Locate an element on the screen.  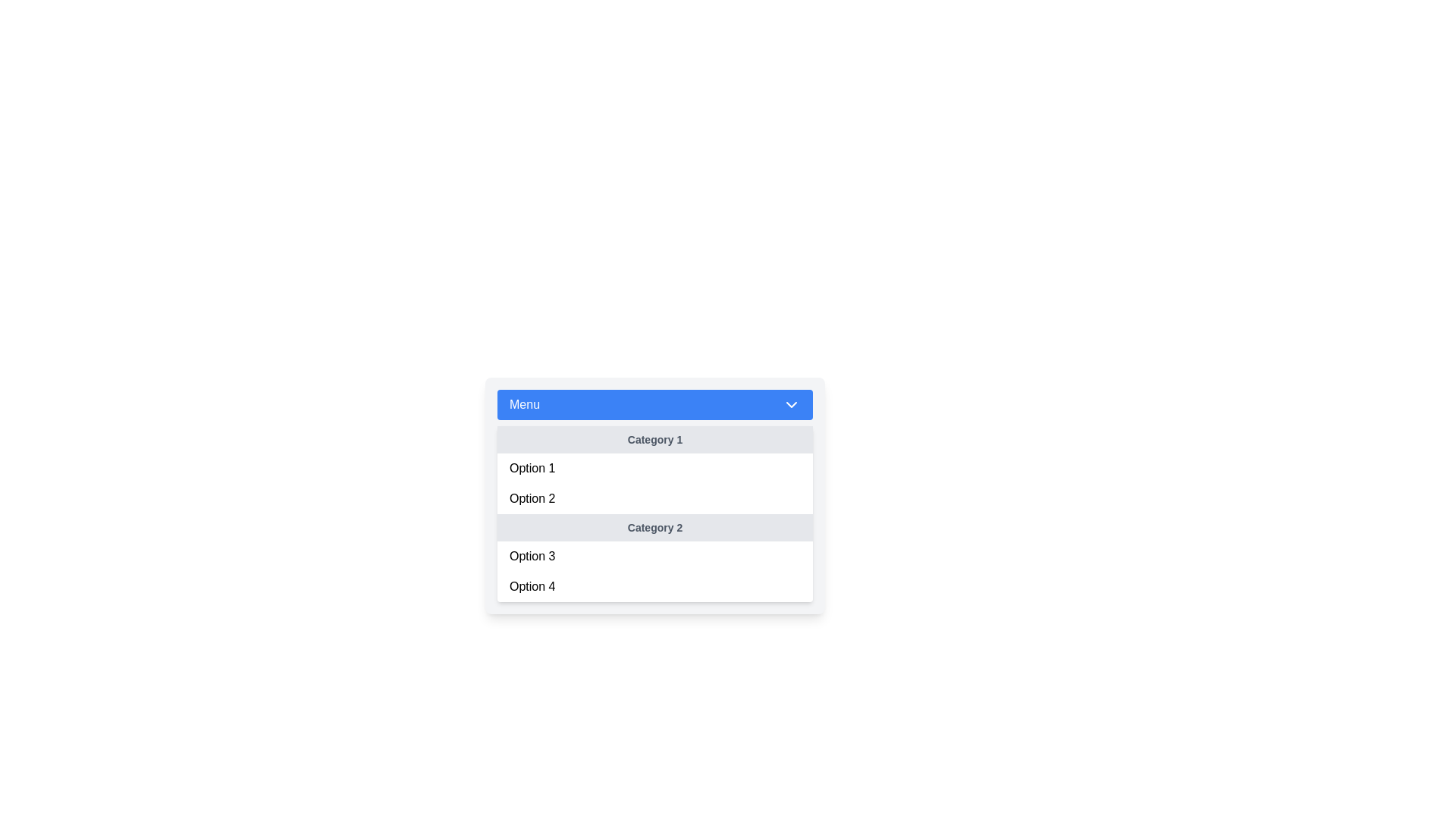
the organizational label at the top of the dropdown menu that groups associated options is located at coordinates (655, 439).